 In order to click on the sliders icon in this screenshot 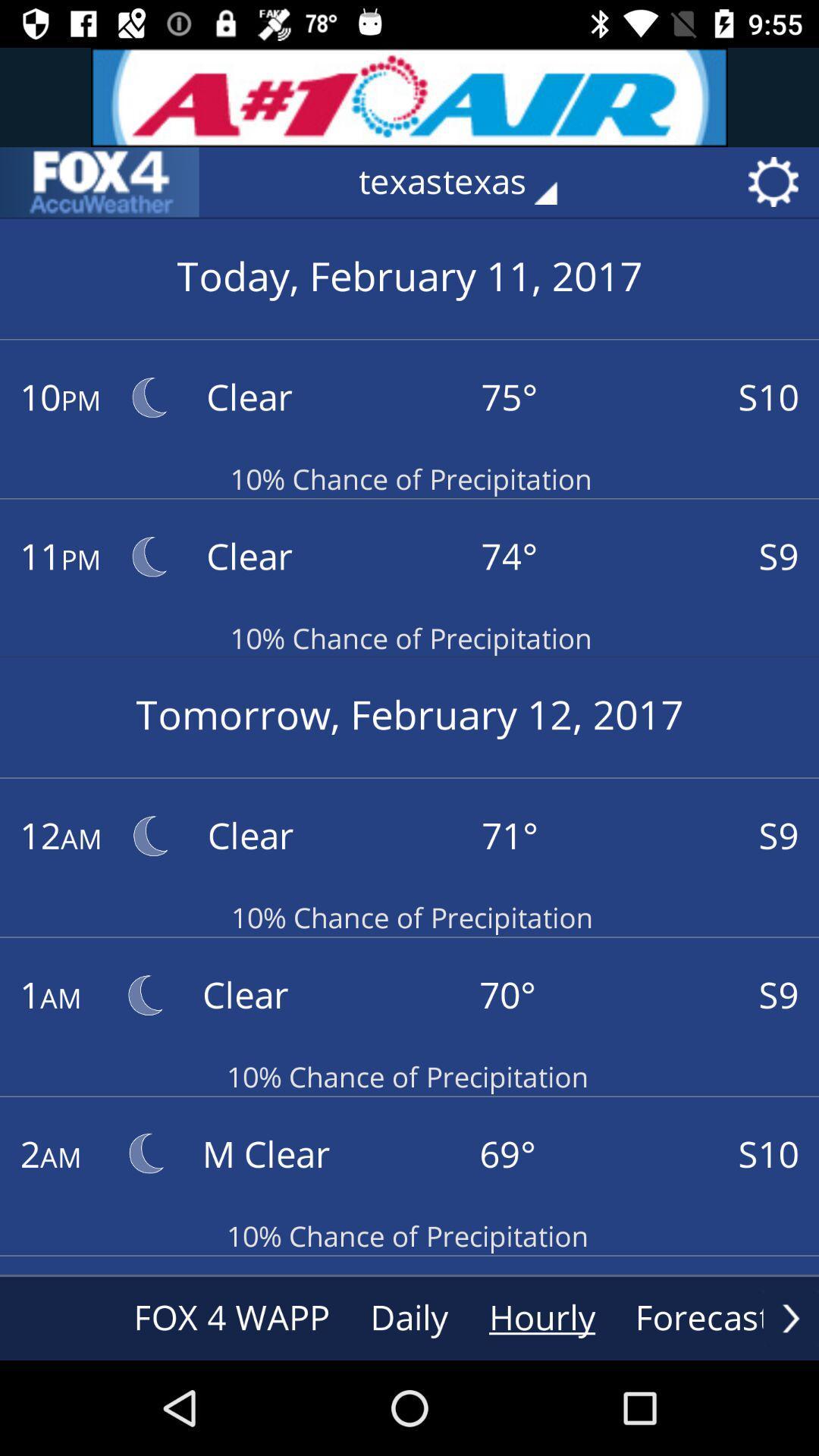, I will do `click(99, 182)`.